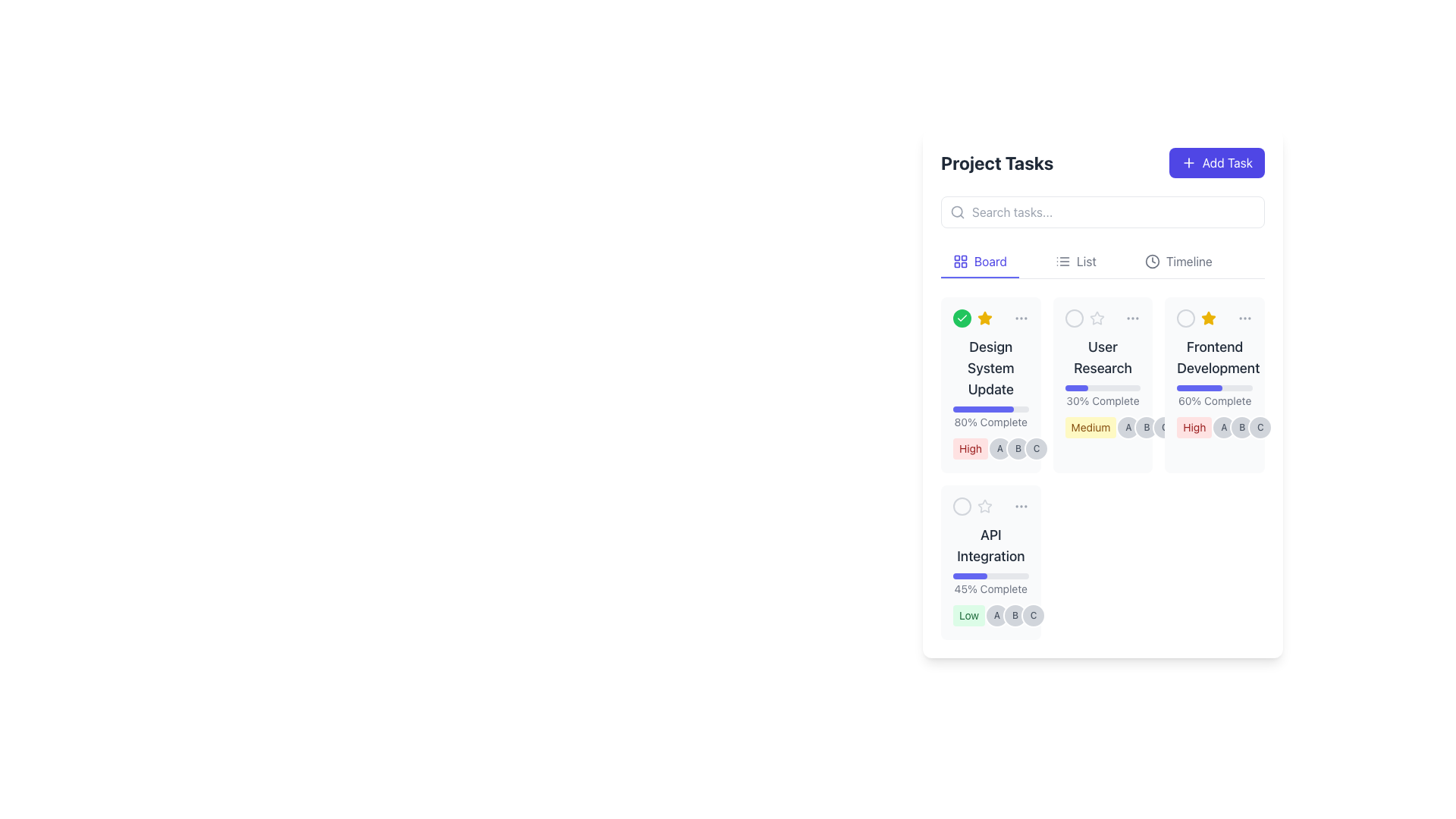 This screenshot has width=1456, height=819. Describe the element at coordinates (1229, 388) in the screenshot. I see `the progress` at that location.